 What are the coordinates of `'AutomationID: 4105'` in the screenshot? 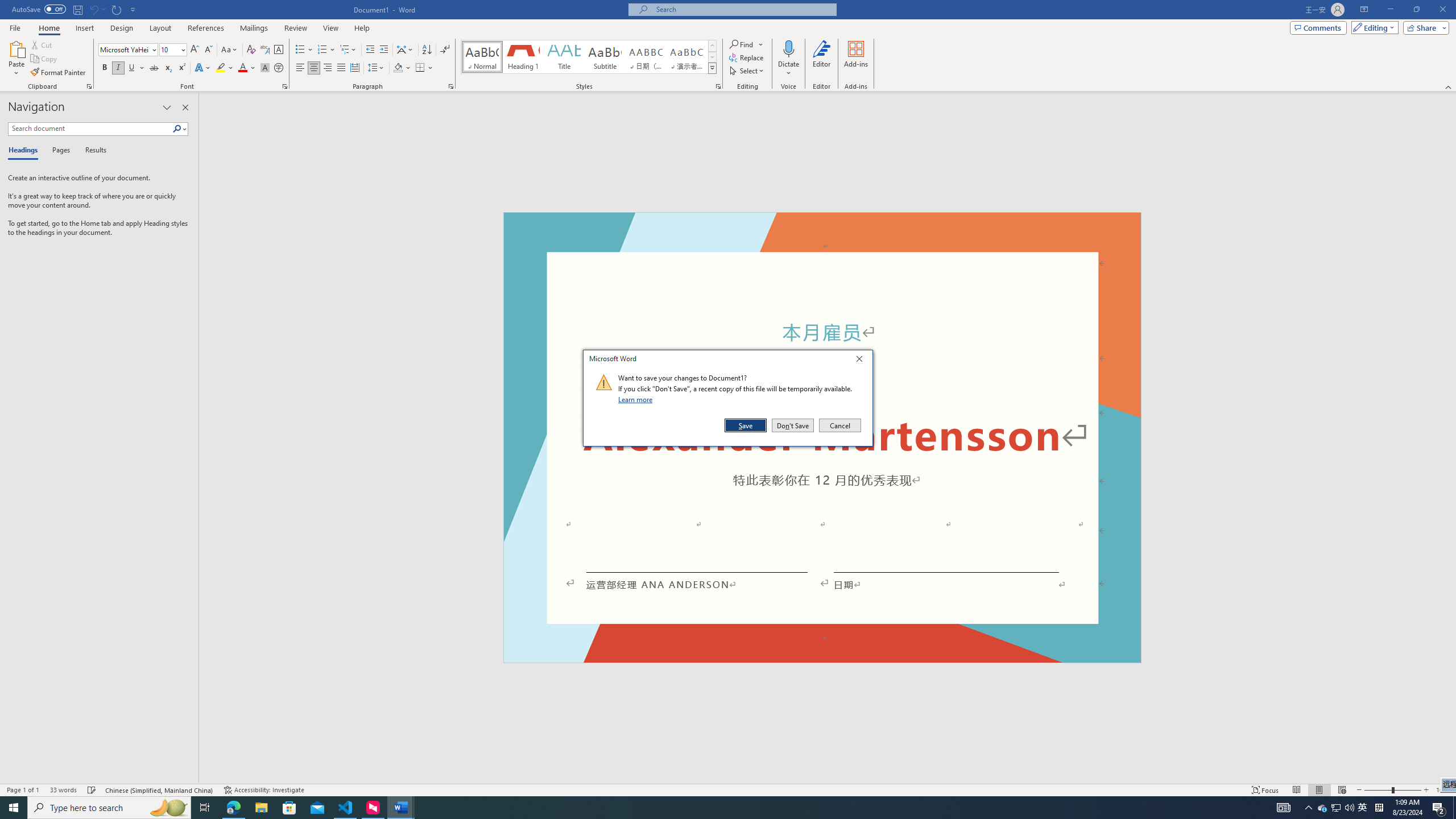 It's located at (1283, 806).